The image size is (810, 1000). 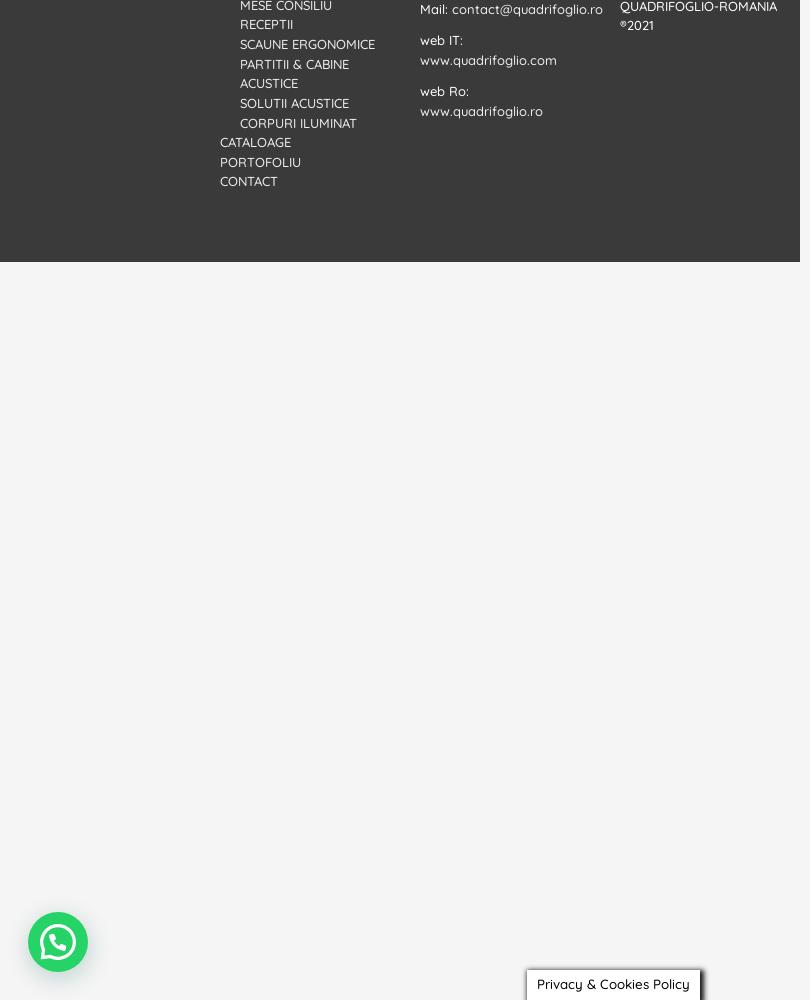 What do you see at coordinates (444, 90) in the screenshot?
I see `'web Ro:'` at bounding box center [444, 90].